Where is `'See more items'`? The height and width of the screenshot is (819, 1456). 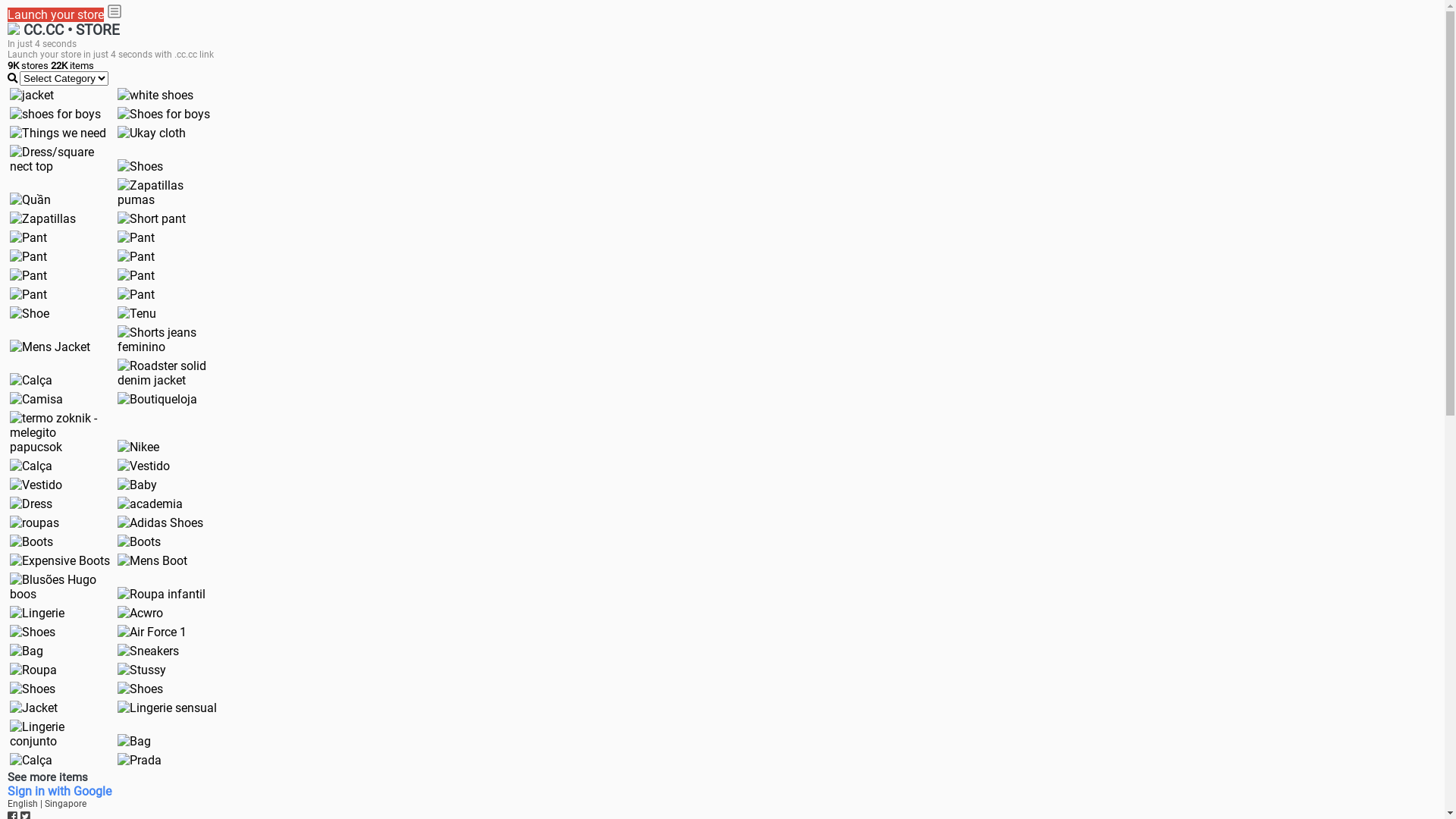
'See more items' is located at coordinates (47, 777).